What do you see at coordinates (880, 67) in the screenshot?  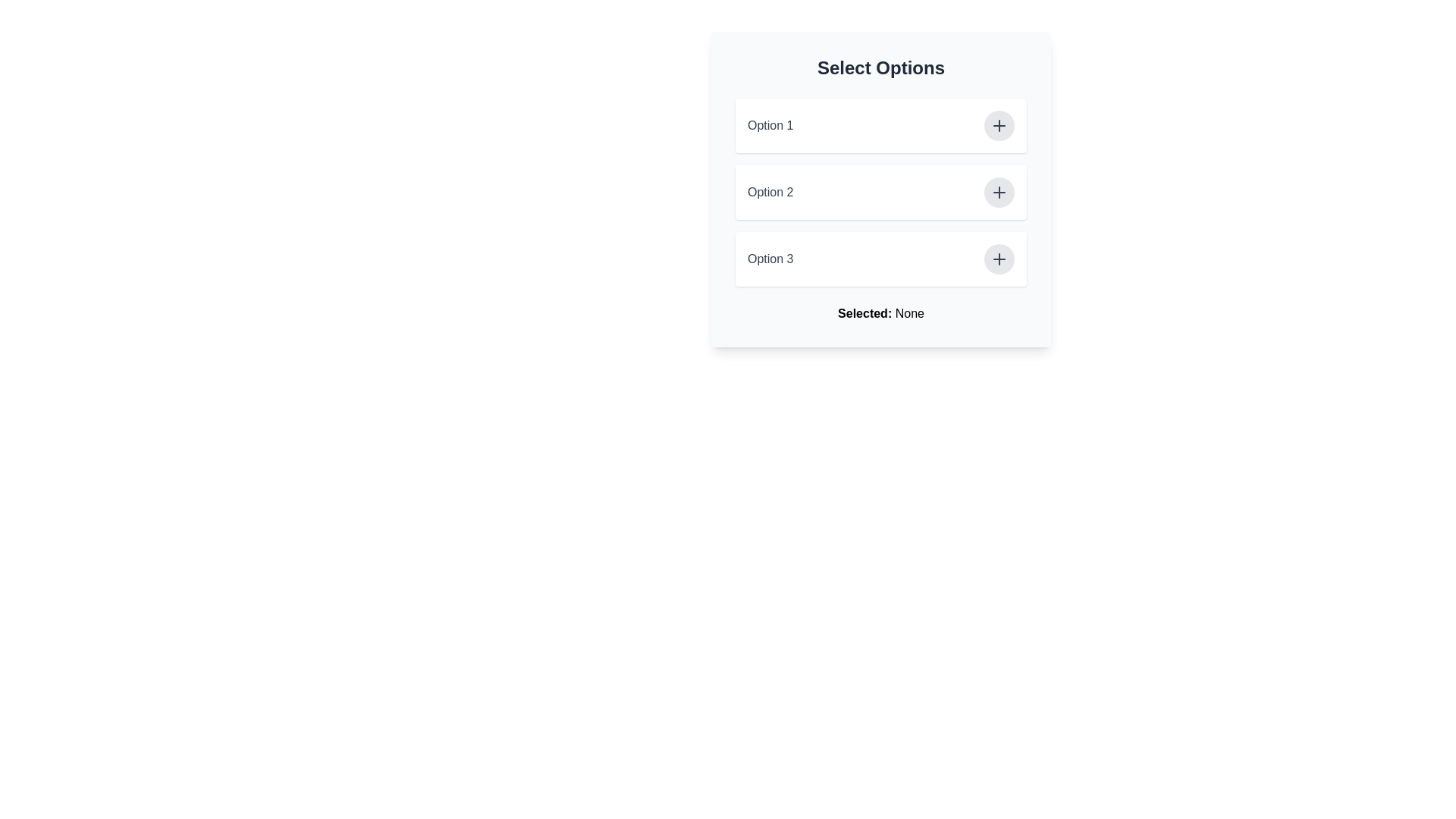 I see `the text label that serves as a title or instruction for selecting options in the card-like section, which is centrally placed at the top of the card` at bounding box center [880, 67].